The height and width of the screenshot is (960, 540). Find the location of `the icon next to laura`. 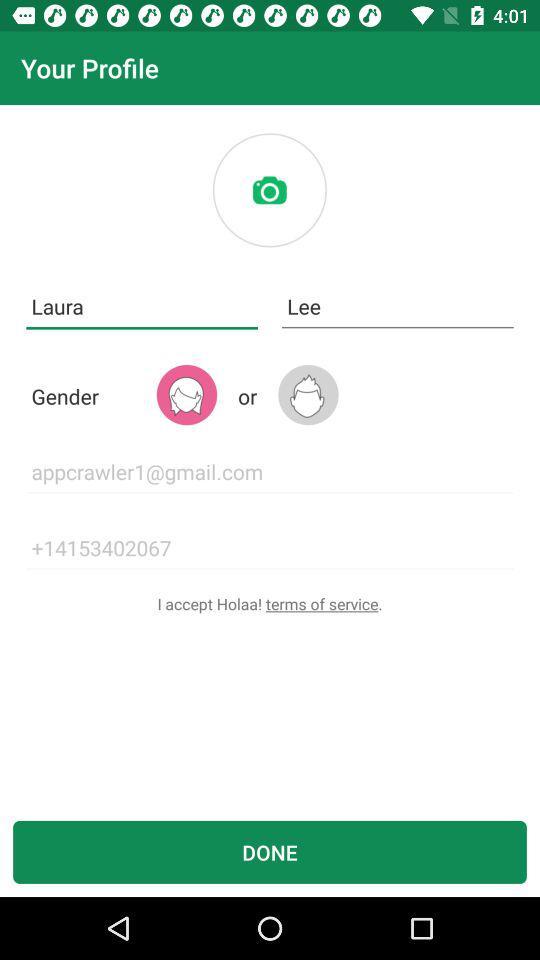

the icon next to laura is located at coordinates (397, 307).